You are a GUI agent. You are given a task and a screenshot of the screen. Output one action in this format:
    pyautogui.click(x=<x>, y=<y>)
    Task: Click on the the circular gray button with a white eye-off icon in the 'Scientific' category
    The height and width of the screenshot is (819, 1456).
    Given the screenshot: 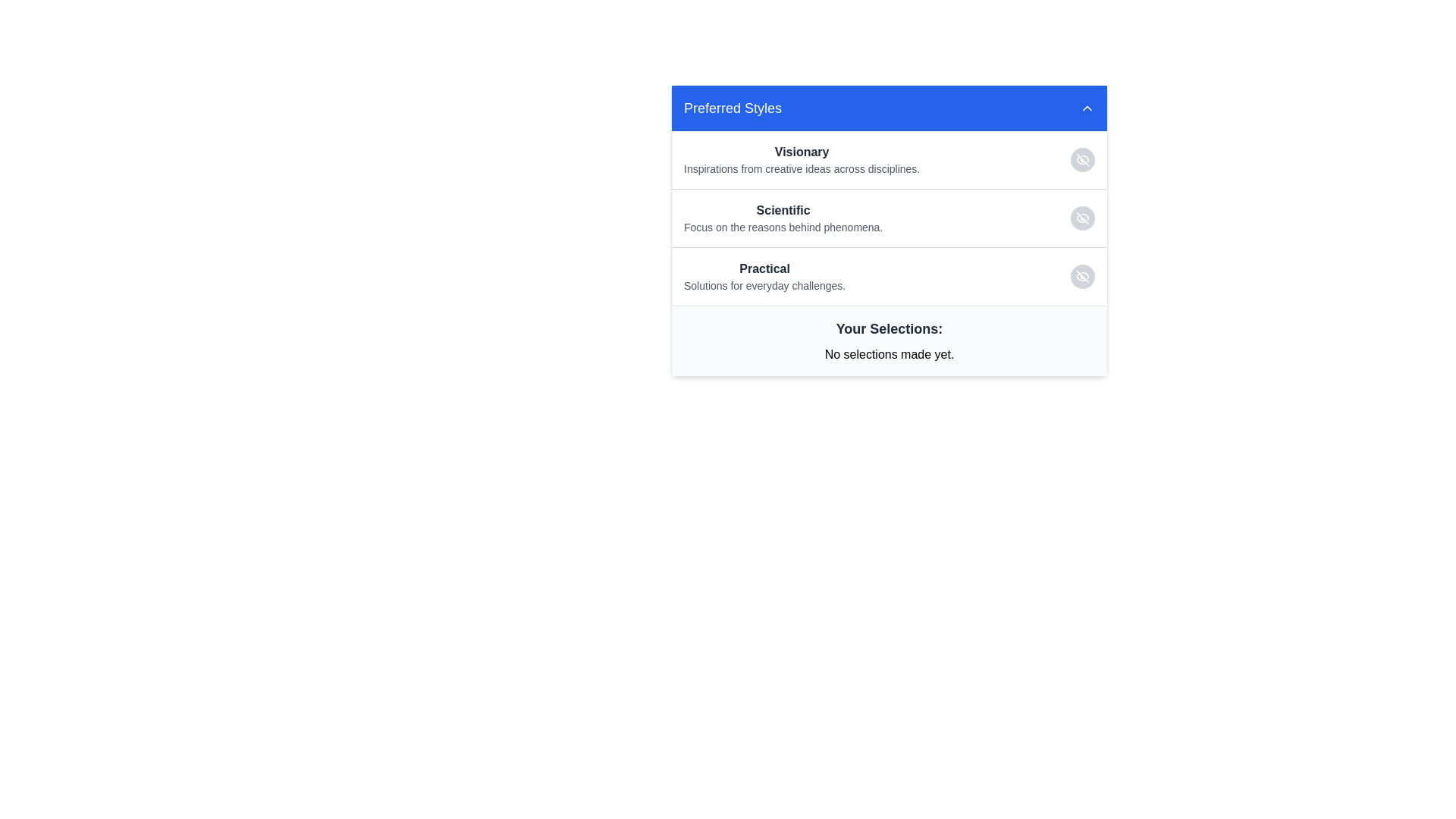 What is the action you would take?
    pyautogui.click(x=1082, y=218)
    